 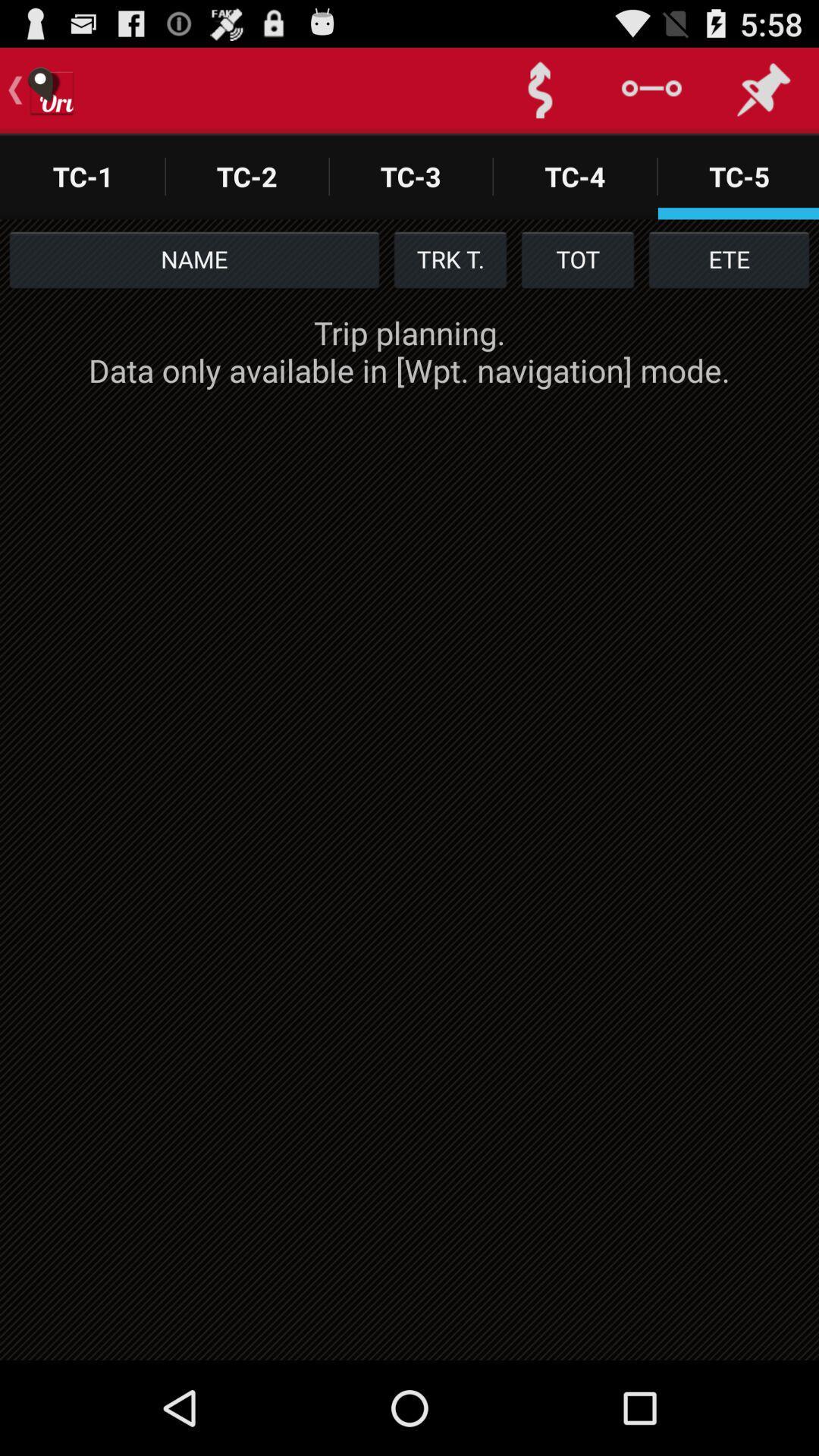 What do you see at coordinates (578, 259) in the screenshot?
I see `the item next to the trk t. item` at bounding box center [578, 259].